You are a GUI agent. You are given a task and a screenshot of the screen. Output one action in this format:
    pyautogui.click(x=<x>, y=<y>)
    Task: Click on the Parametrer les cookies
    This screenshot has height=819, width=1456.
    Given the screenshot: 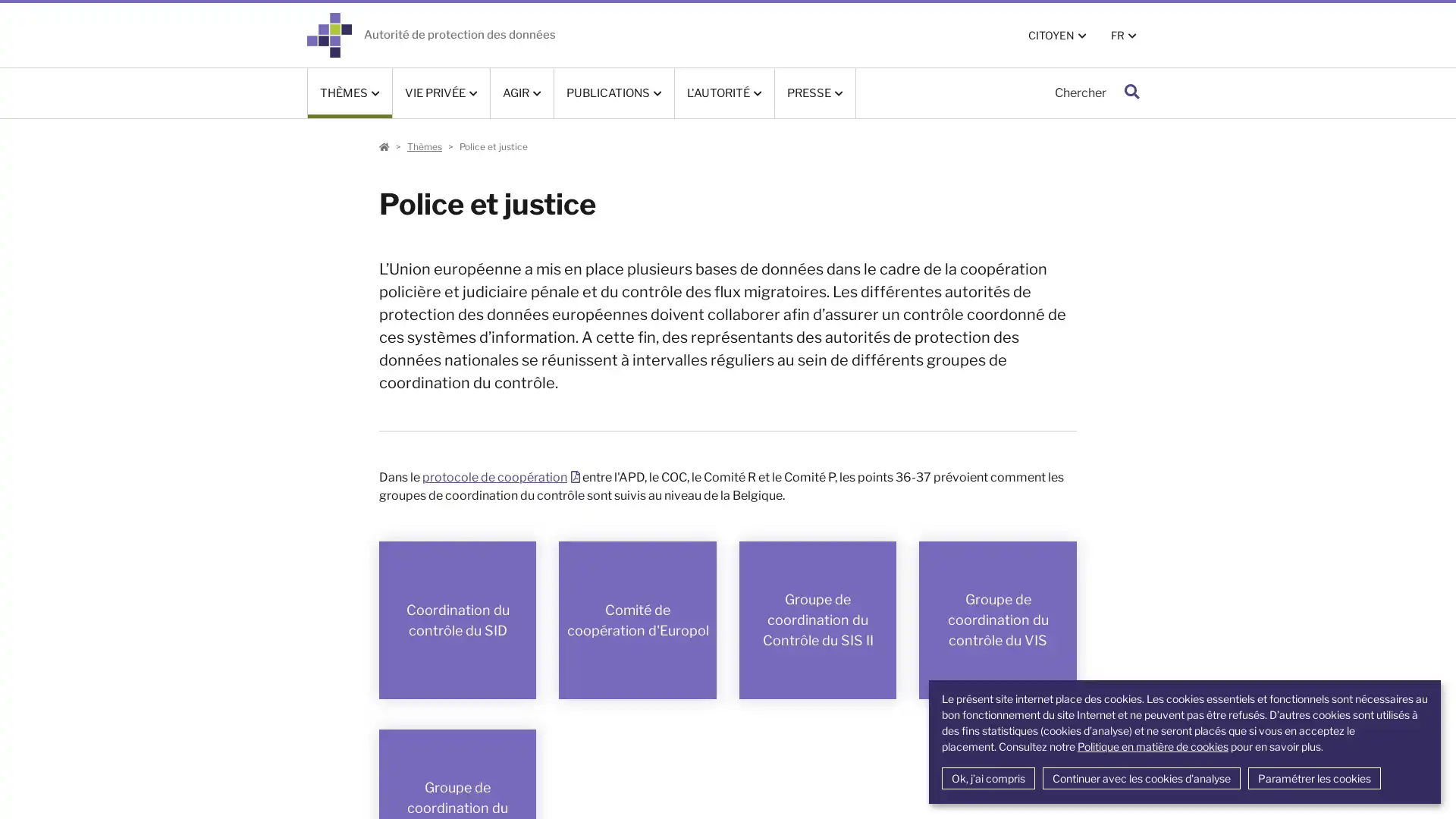 What is the action you would take?
    pyautogui.click(x=1313, y=778)
    